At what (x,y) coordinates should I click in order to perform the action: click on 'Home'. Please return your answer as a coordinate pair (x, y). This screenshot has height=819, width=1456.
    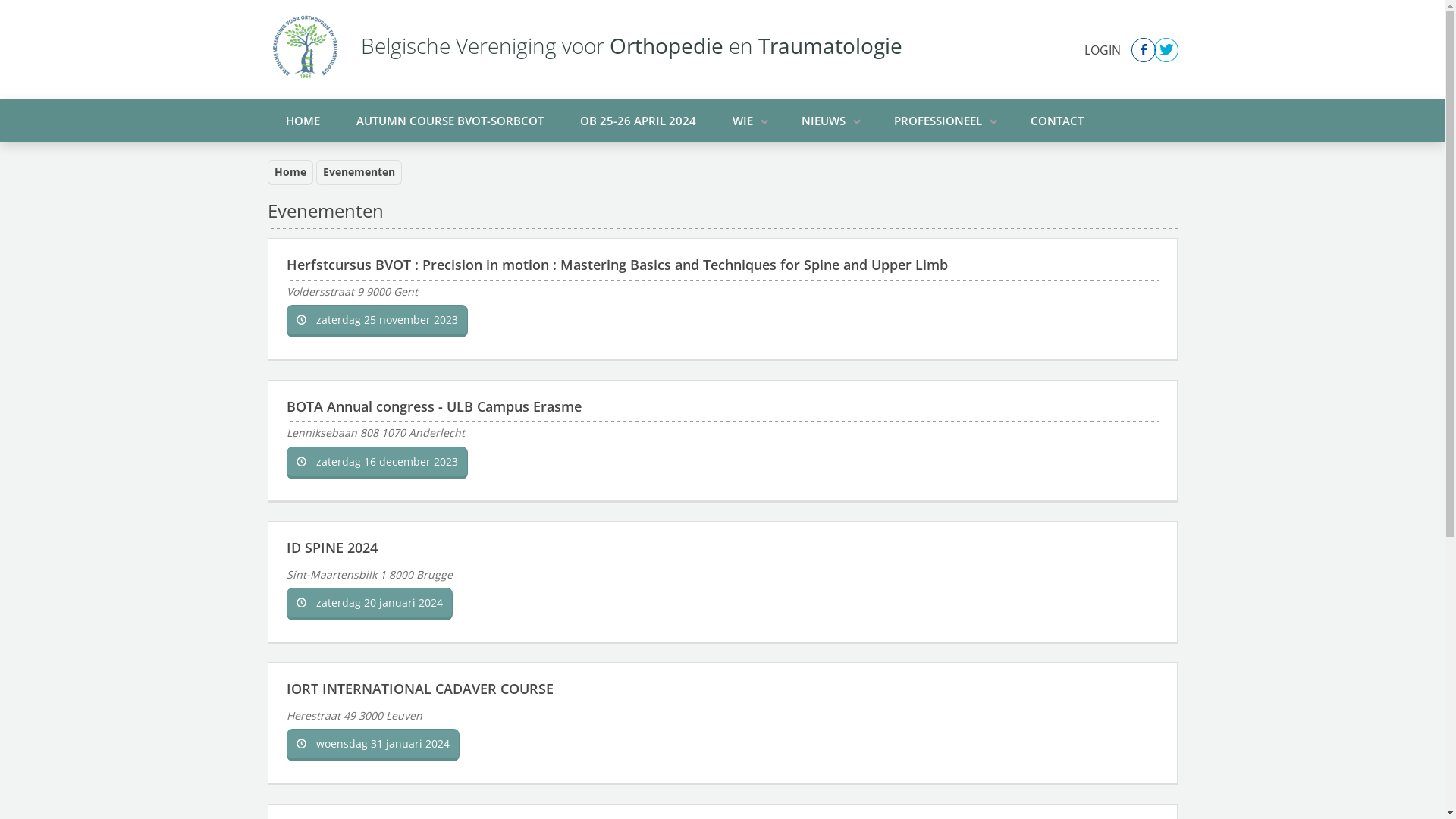
    Looking at the image, I should click on (266, 171).